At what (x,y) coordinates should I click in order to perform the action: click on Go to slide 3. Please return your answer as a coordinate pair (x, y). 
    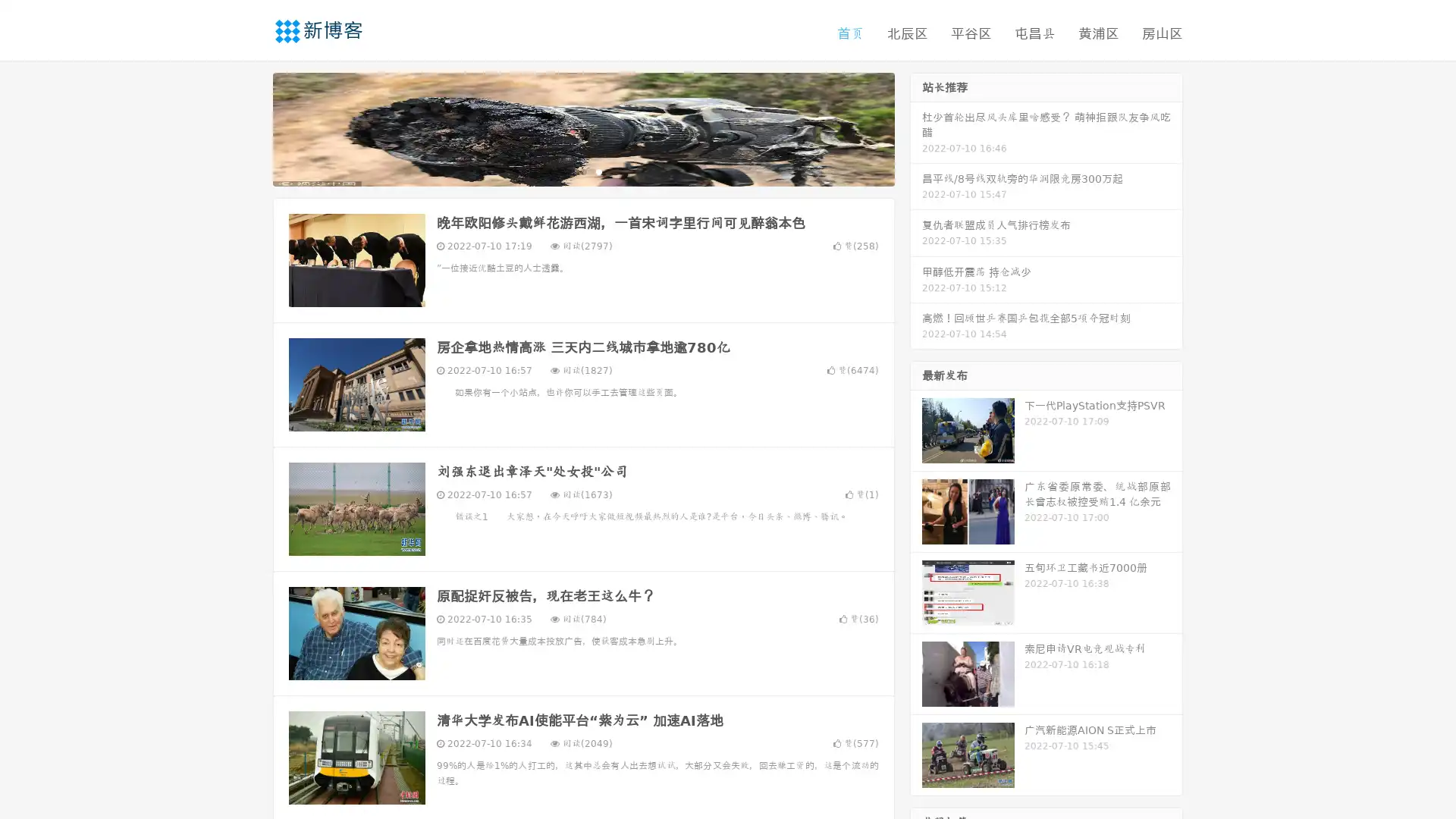
    Looking at the image, I should click on (598, 171).